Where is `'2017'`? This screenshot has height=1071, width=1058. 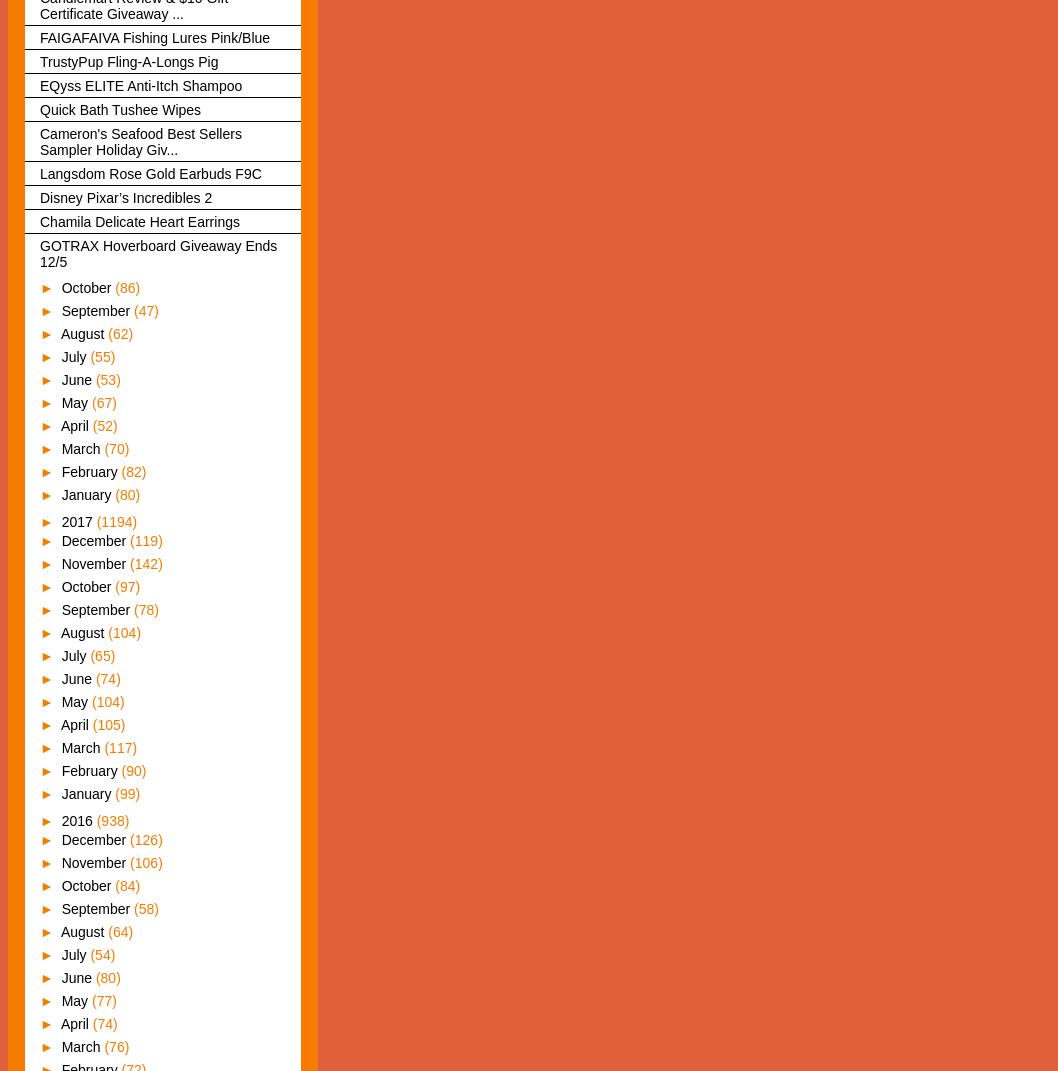 '2017' is located at coordinates (78, 520).